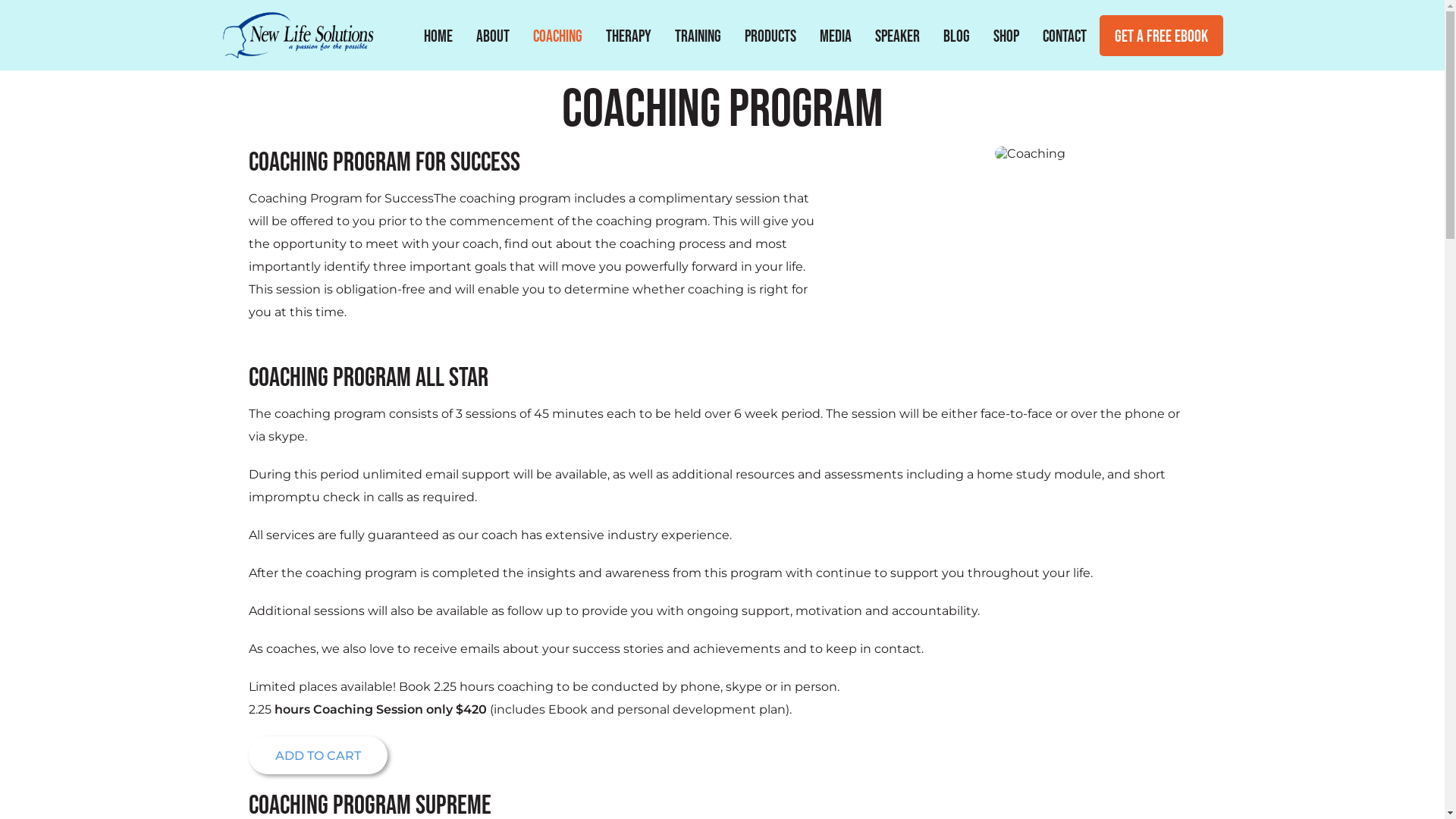  Describe the element at coordinates (1037, 34) in the screenshot. I see `'CONTACT'` at that location.